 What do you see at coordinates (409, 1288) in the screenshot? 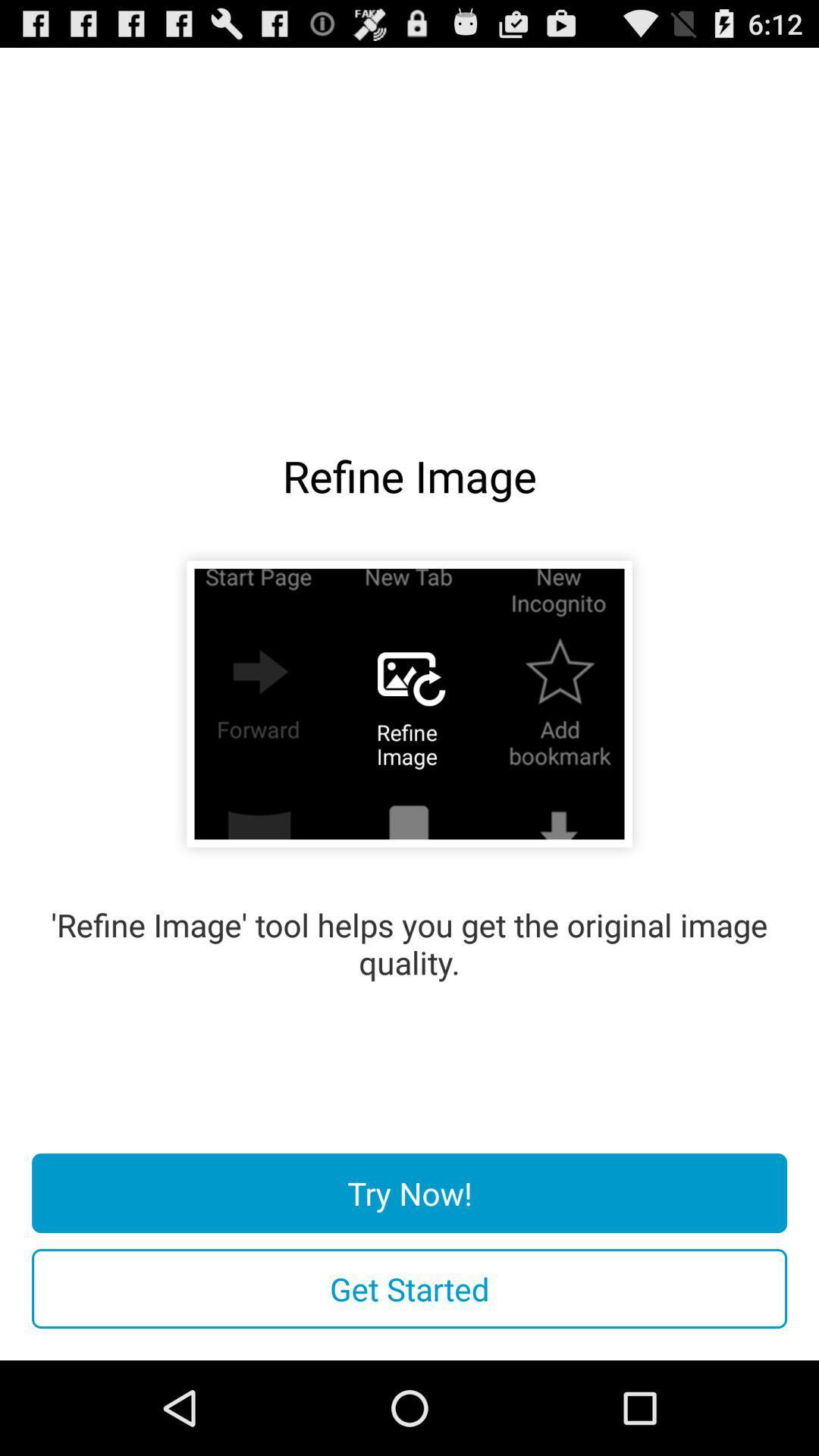
I see `the item below try now! button` at bounding box center [409, 1288].